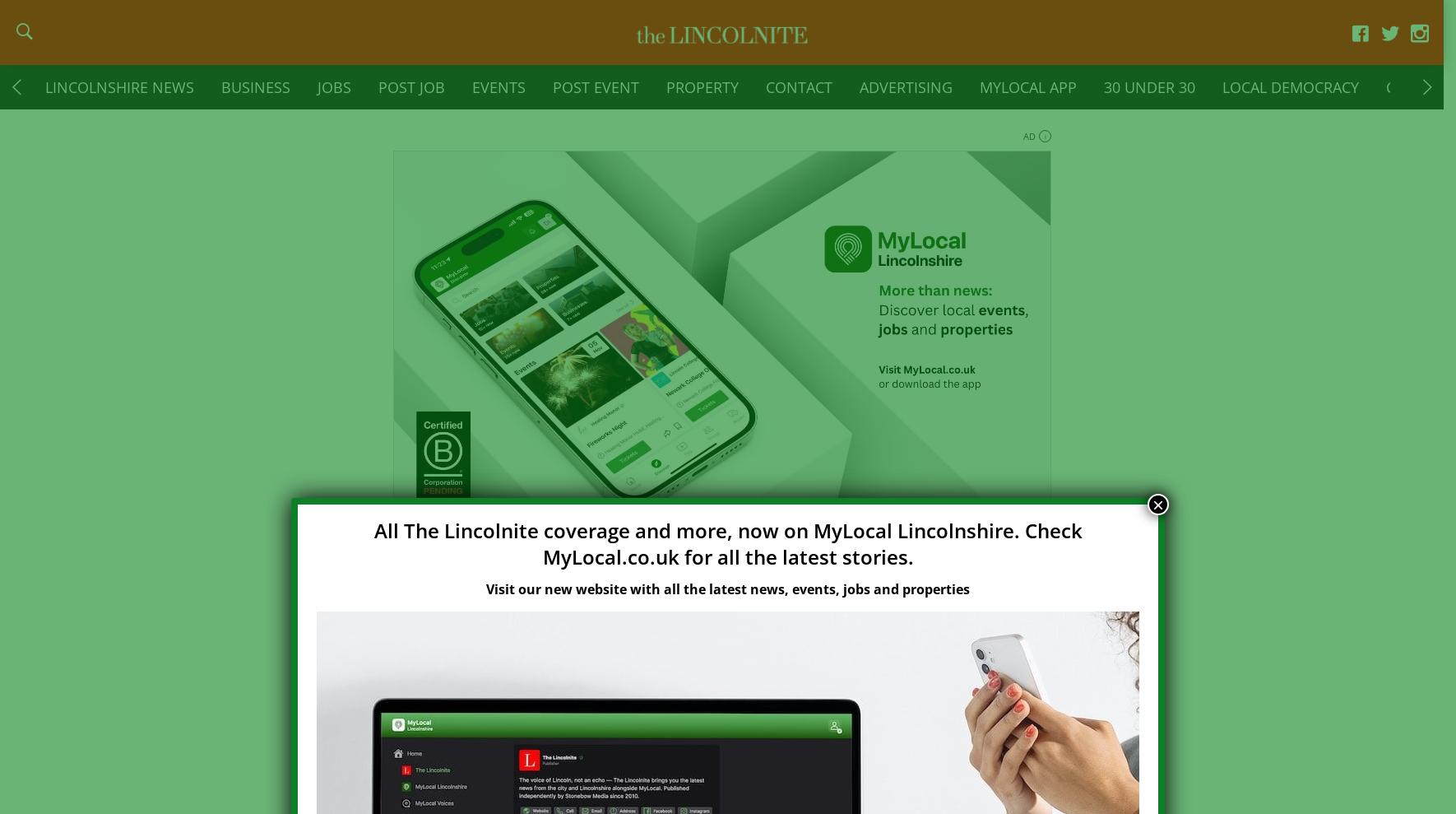  Describe the element at coordinates (979, 95) in the screenshot. I see `'MyLocal App'` at that location.